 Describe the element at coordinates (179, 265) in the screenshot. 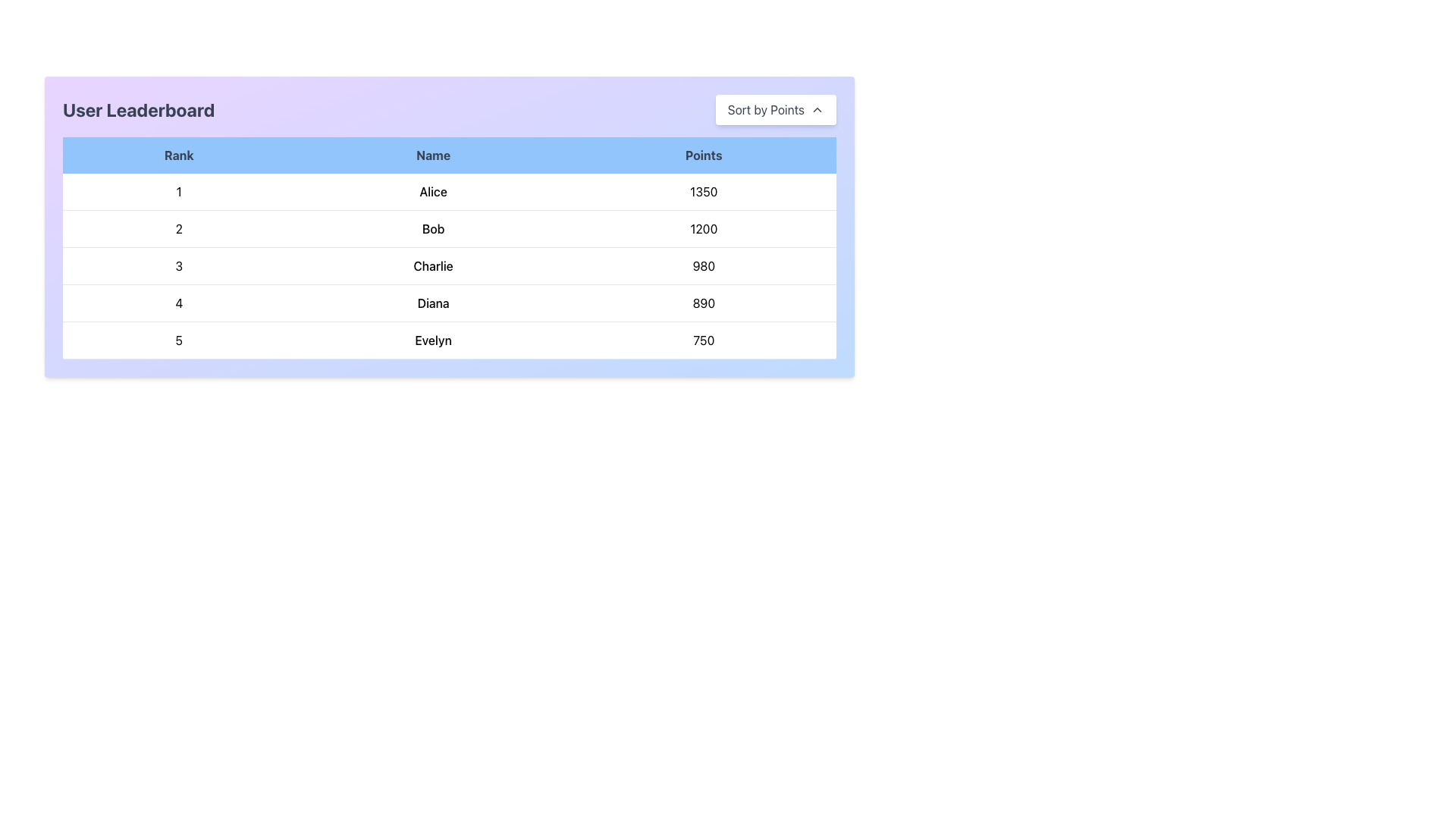

I see `the bold text label displaying the number '3' in the 'Rank' column of the leaderboard table, located in the third row` at that location.